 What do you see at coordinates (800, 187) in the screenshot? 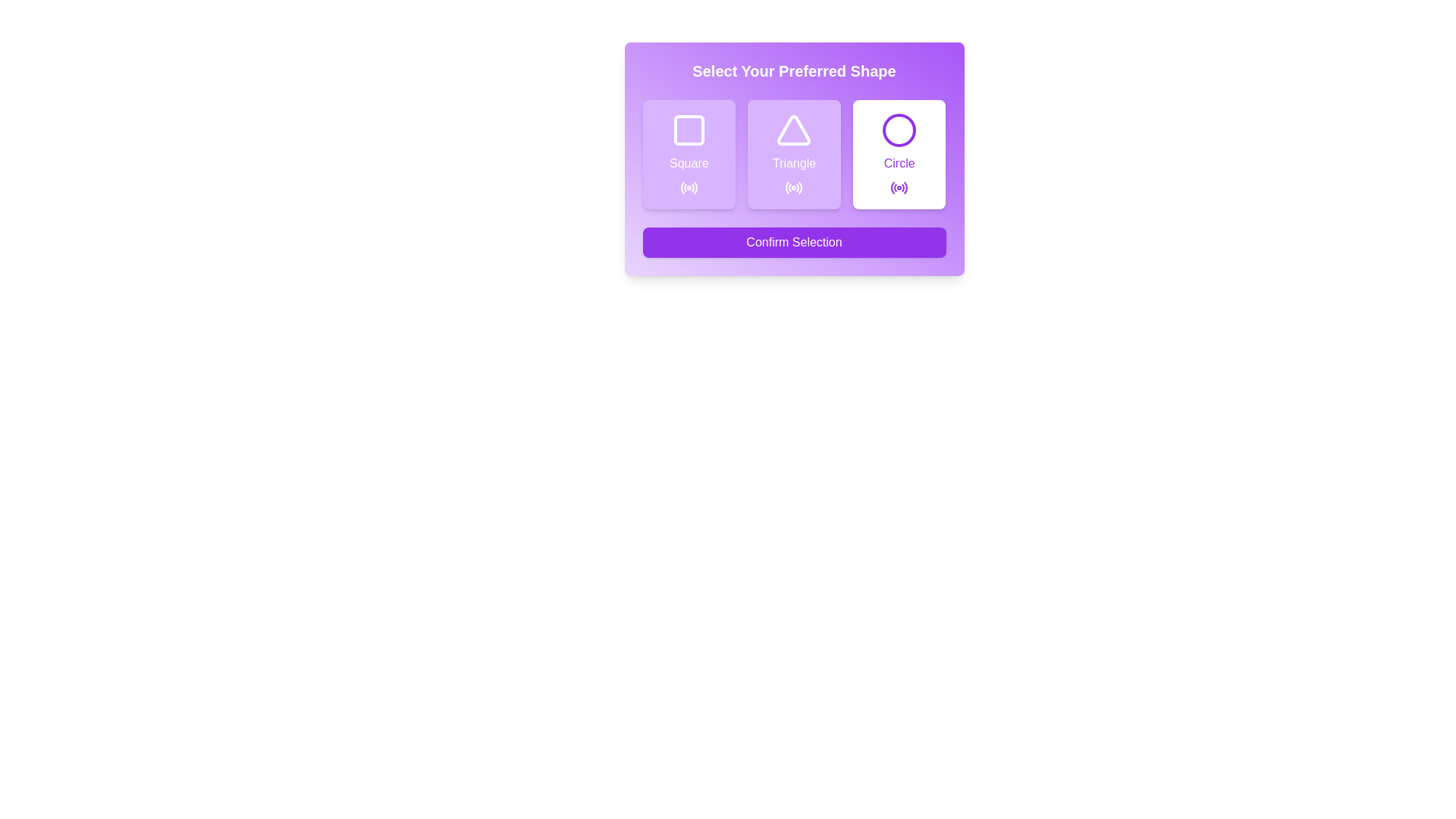
I see `the outermost curve on the right side of the SVG graphic within the 'Triangle' option of the selection interface` at bounding box center [800, 187].